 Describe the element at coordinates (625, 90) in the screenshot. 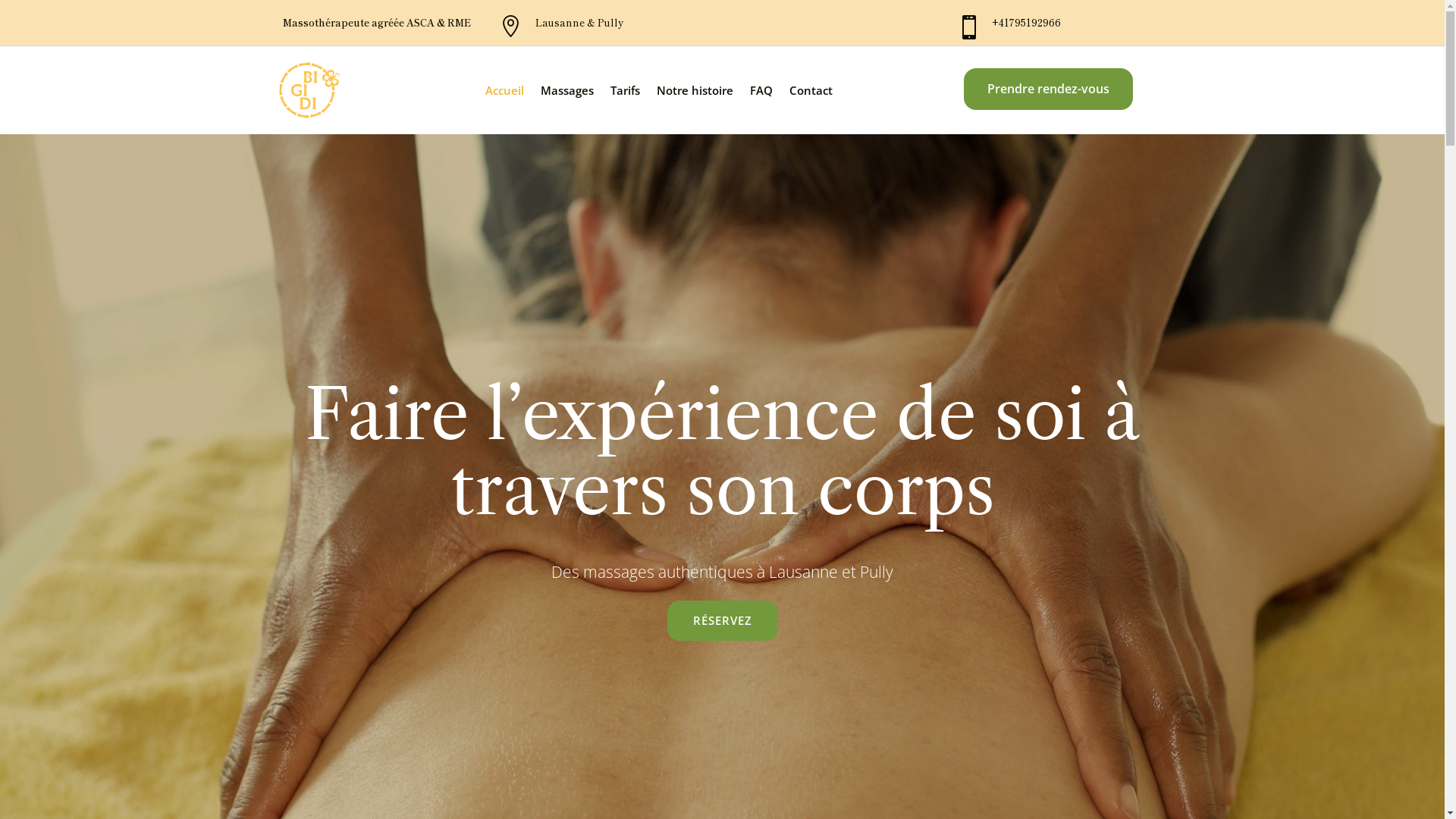

I see `'Tarifs'` at that location.